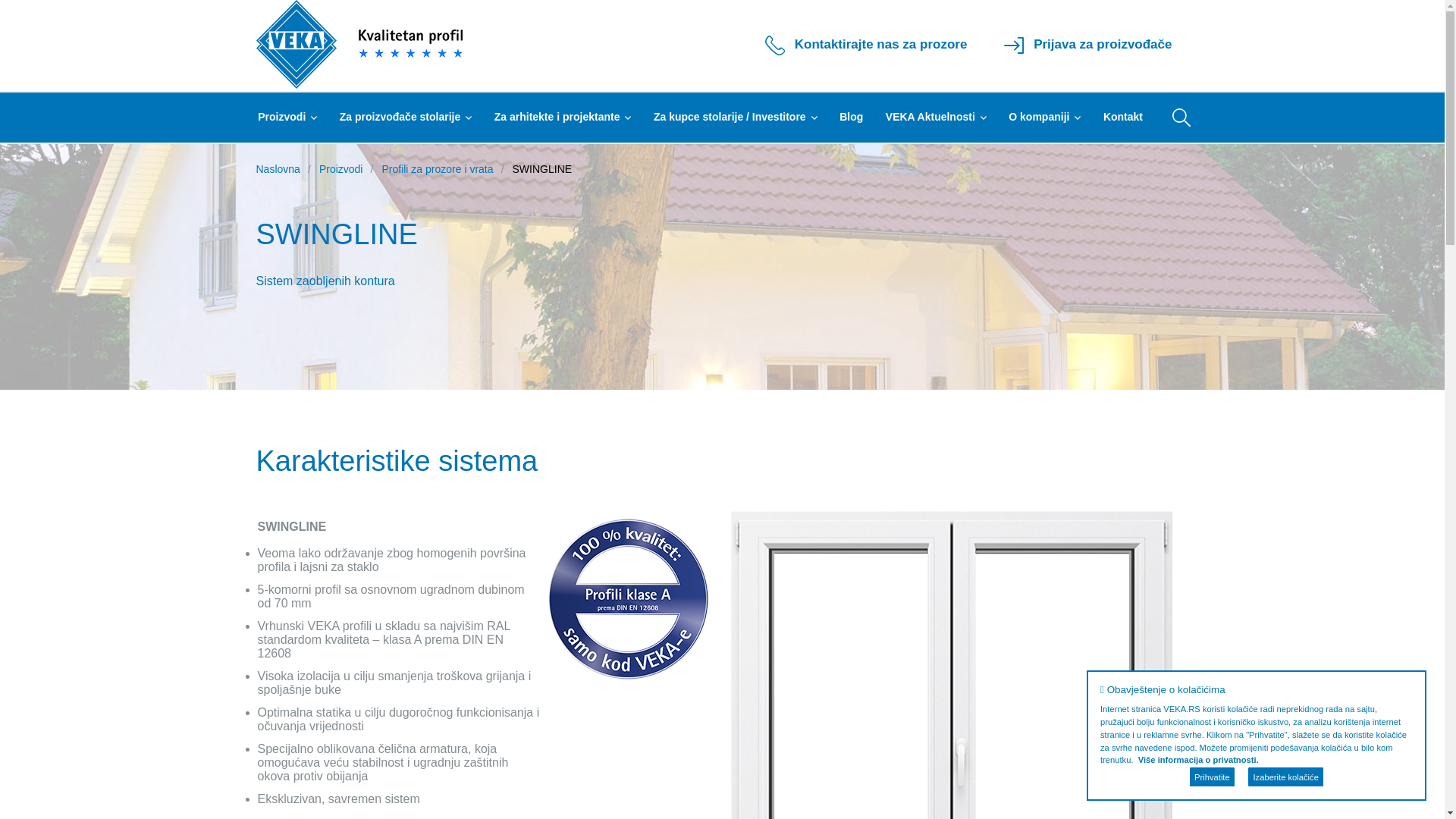 The width and height of the screenshot is (1456, 819). I want to click on 'Prihvatite', so click(1211, 777).